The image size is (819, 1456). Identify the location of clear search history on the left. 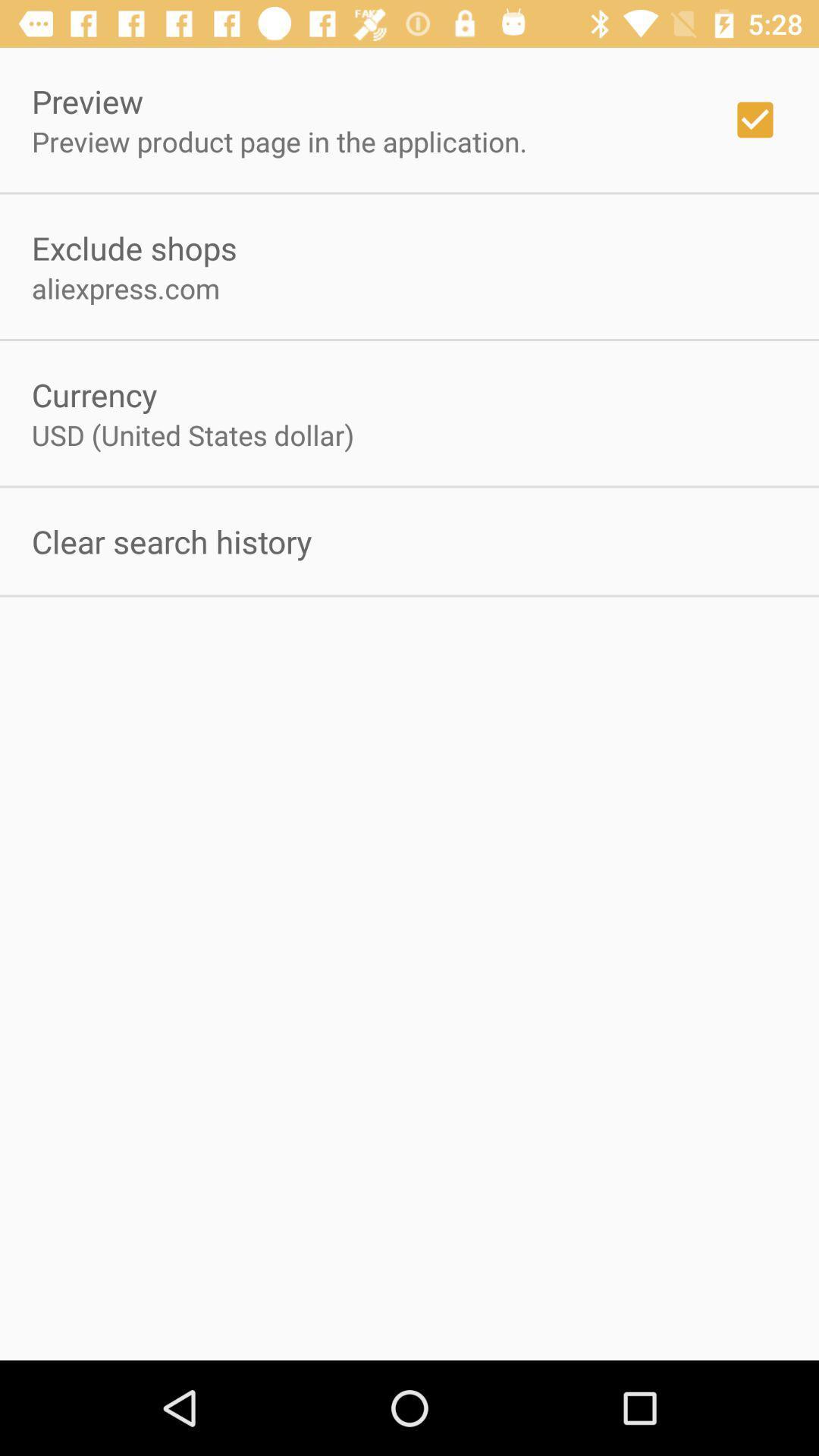
(171, 541).